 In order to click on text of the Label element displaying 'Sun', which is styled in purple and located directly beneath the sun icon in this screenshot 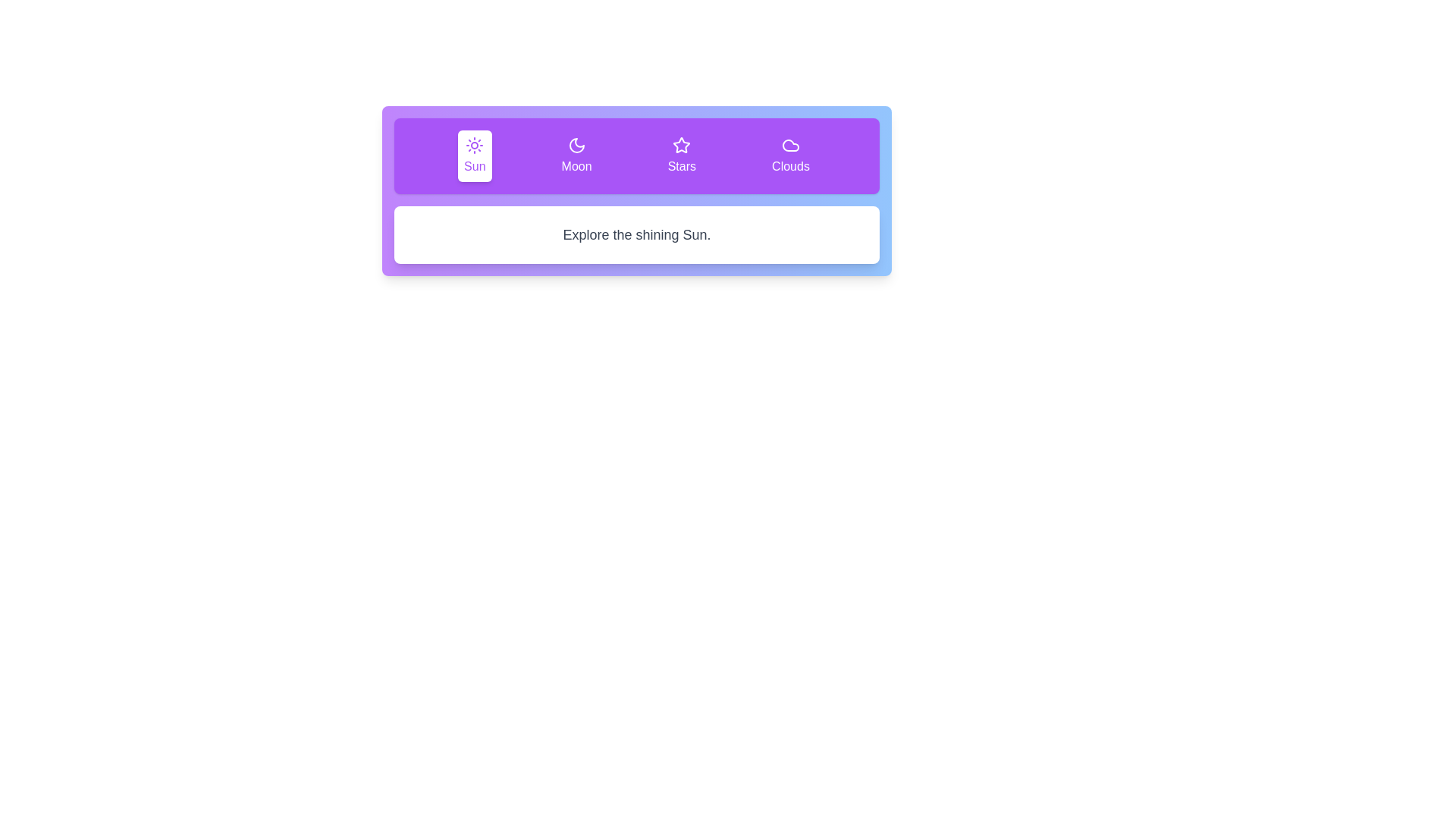, I will do `click(474, 166)`.